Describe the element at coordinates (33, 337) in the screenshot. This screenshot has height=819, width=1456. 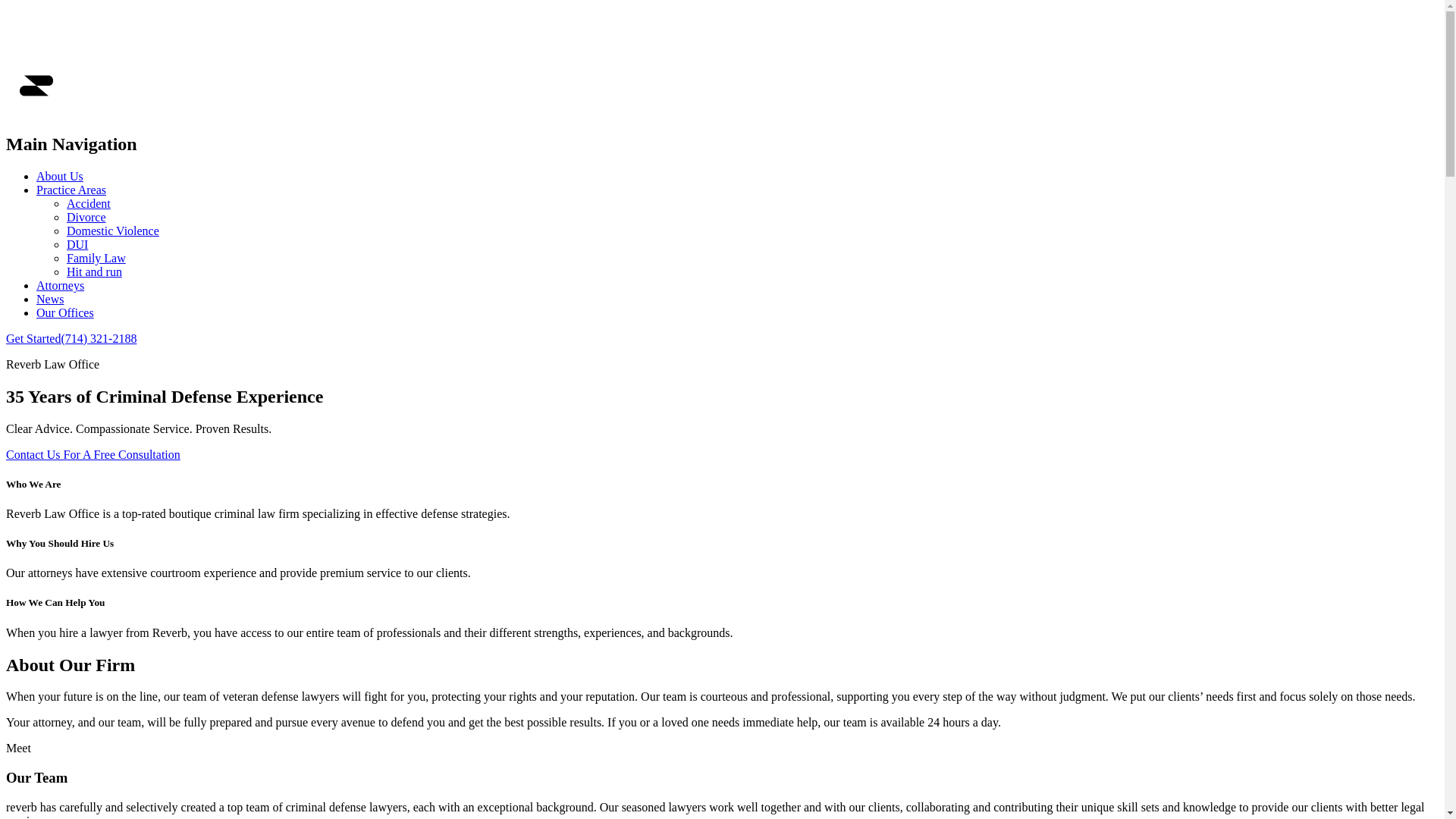
I see `'Get Started'` at that location.